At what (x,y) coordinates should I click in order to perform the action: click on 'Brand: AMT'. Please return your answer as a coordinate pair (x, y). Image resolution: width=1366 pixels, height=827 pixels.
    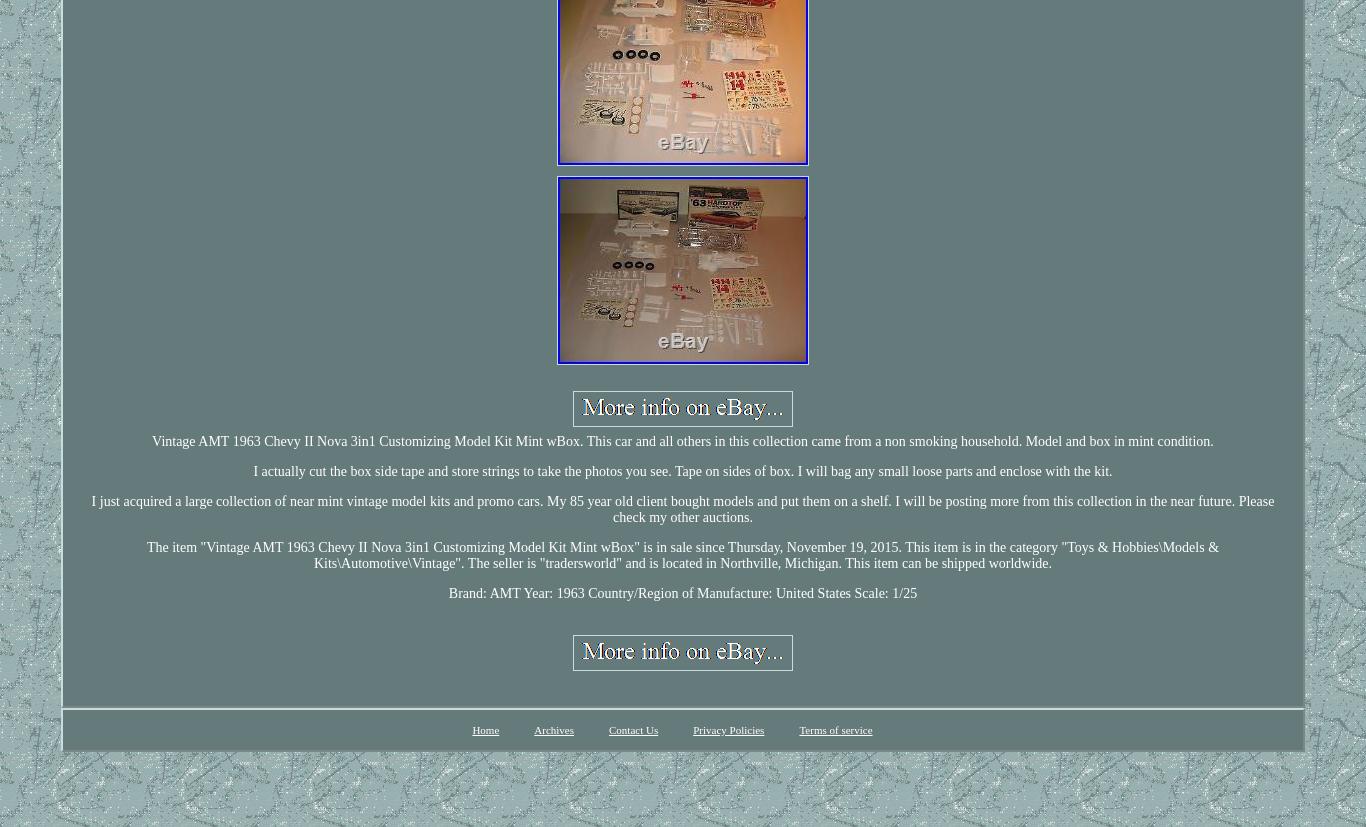
    Looking at the image, I should click on (483, 592).